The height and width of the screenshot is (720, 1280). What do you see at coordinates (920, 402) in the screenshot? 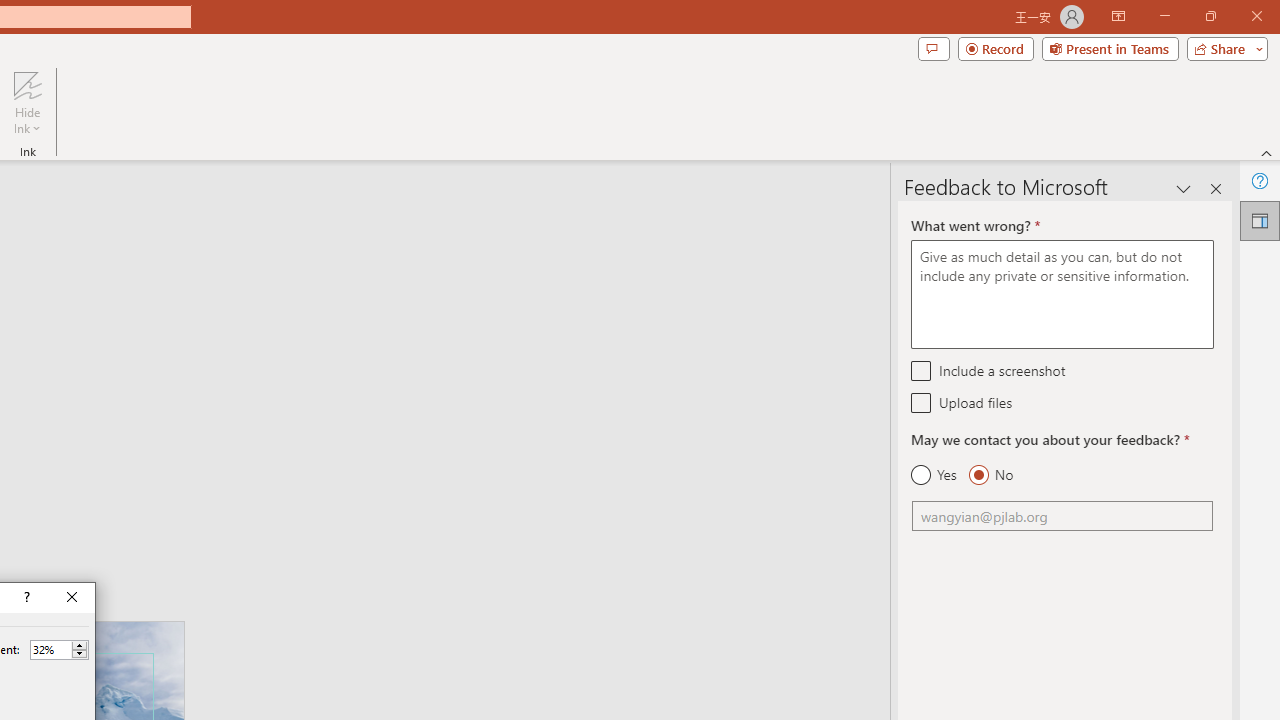
I see `'Upload files'` at bounding box center [920, 402].